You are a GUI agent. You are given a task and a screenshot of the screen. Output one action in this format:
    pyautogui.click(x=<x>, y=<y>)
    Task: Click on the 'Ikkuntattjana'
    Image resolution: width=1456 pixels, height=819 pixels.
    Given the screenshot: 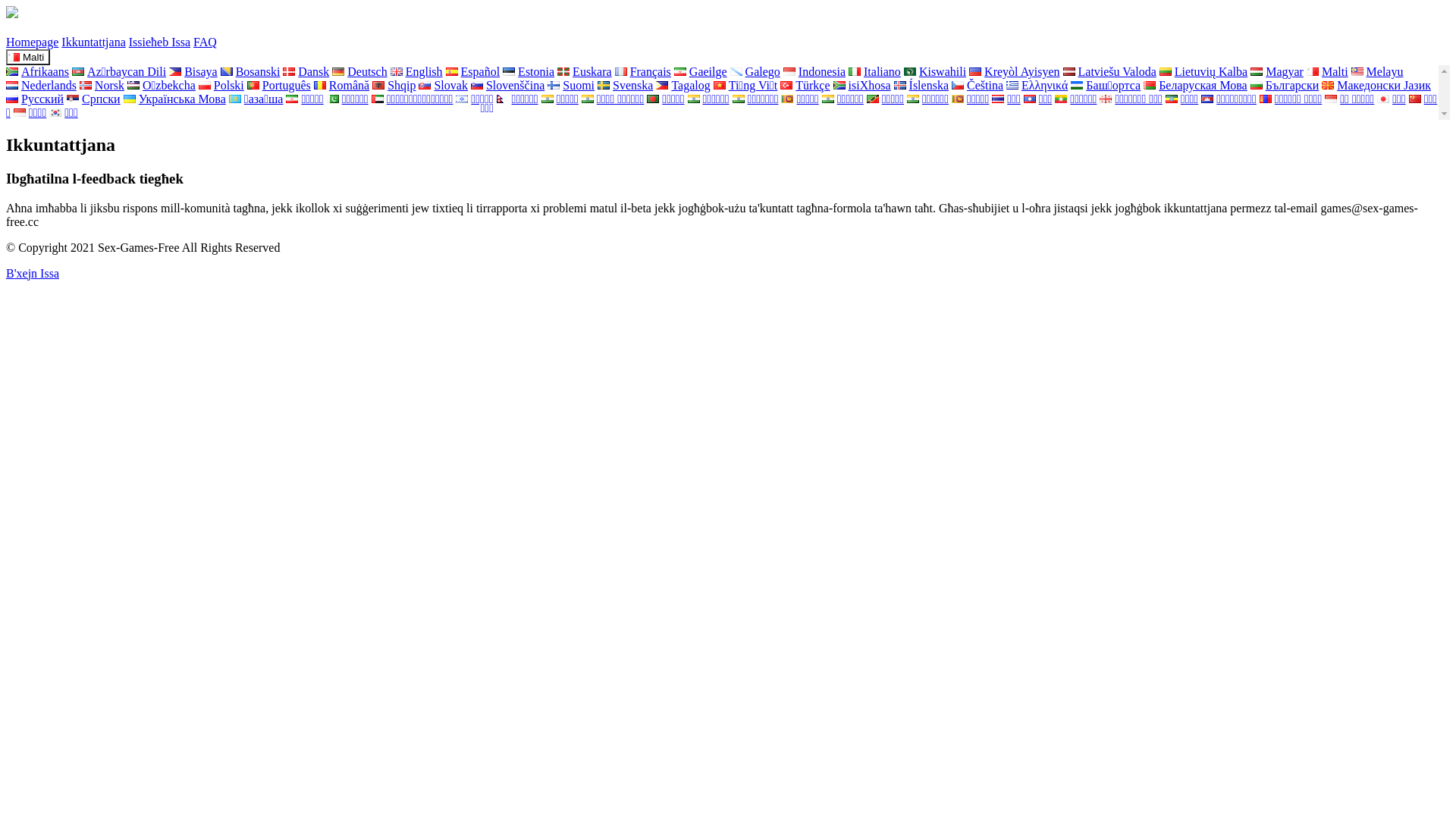 What is the action you would take?
    pyautogui.click(x=61, y=41)
    